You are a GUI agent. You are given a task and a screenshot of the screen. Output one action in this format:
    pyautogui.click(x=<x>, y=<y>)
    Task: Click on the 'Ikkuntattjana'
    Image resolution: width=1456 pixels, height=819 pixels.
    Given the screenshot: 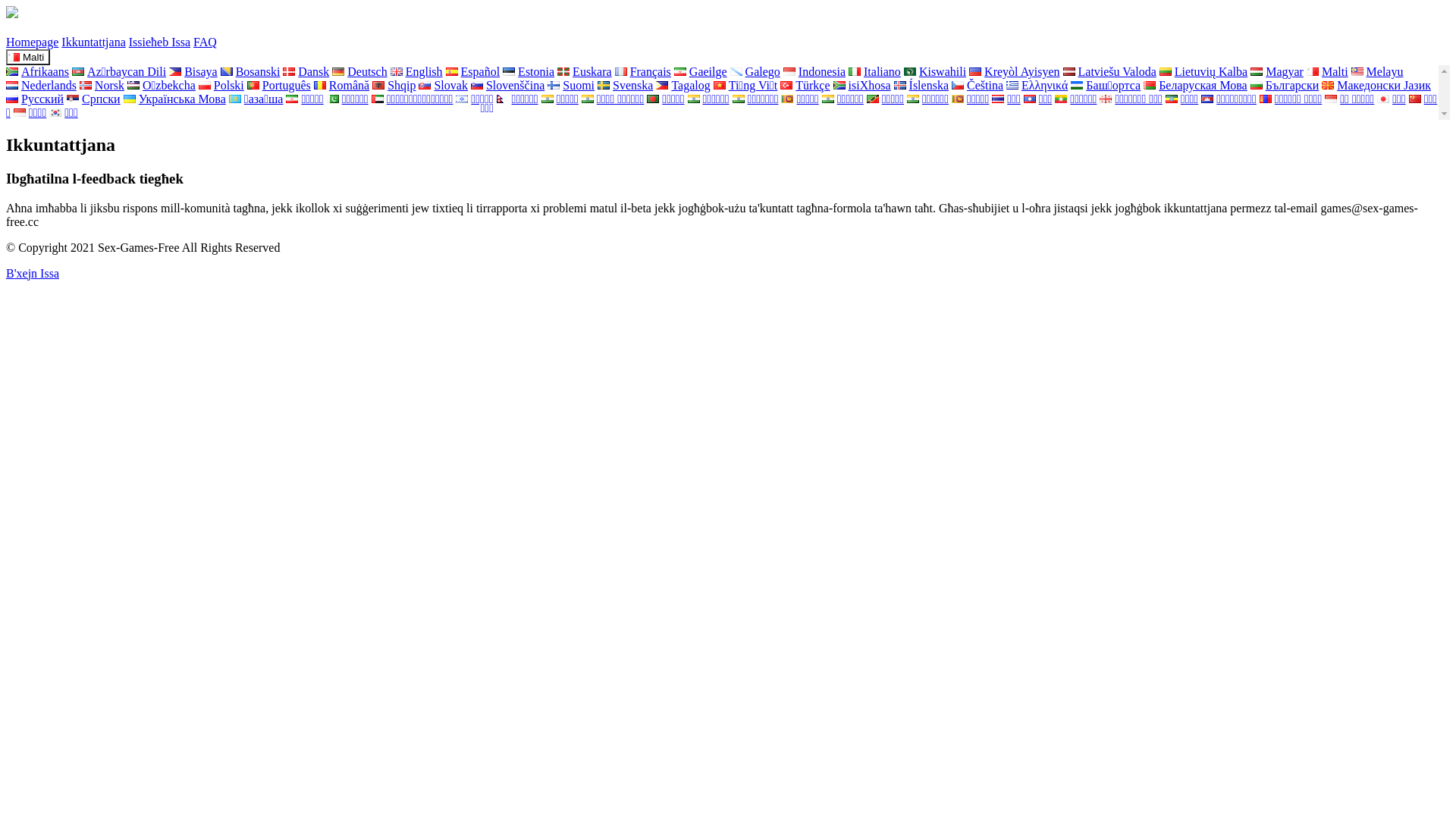 What is the action you would take?
    pyautogui.click(x=61, y=41)
    